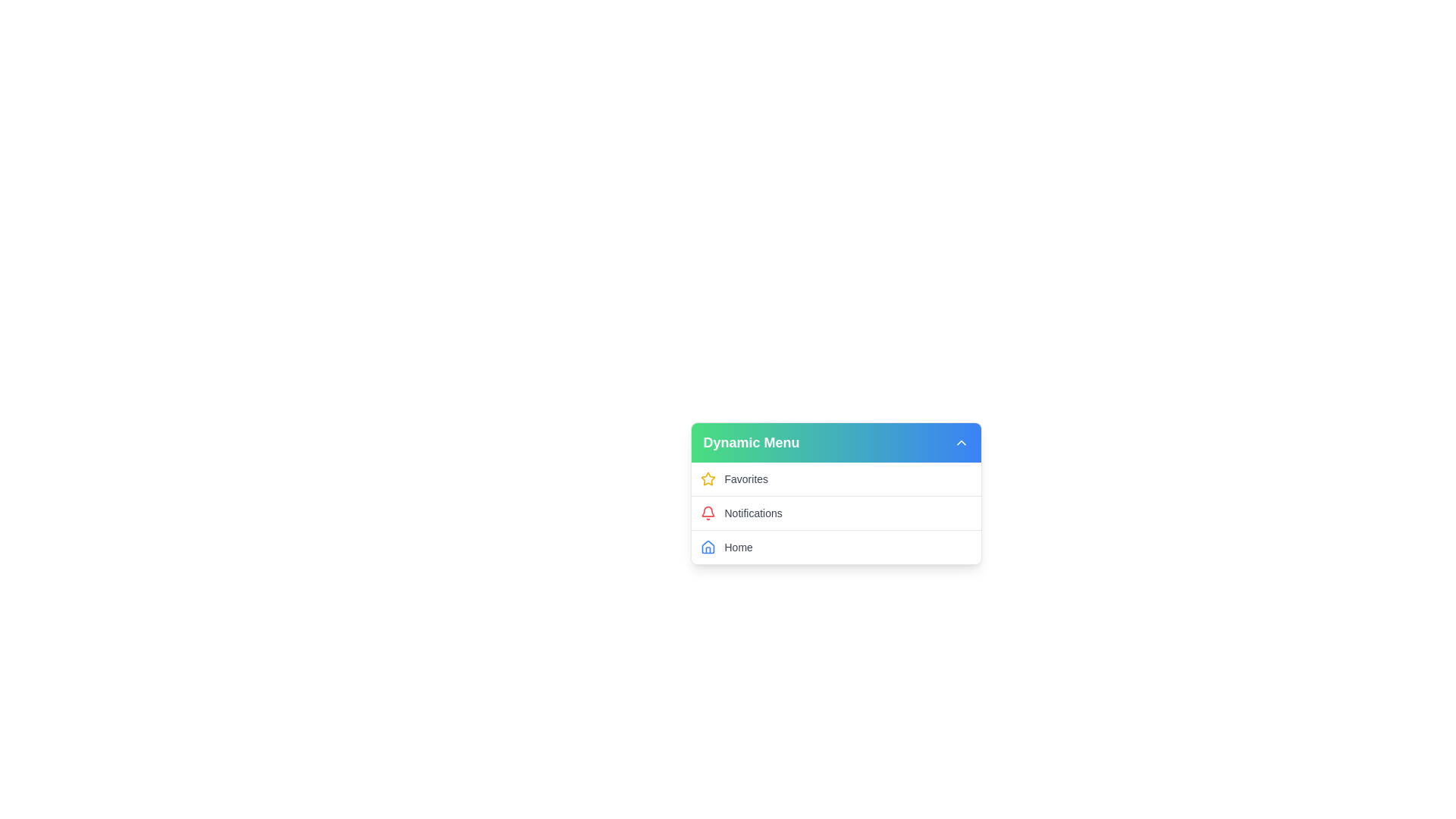  Describe the element at coordinates (835, 512) in the screenshot. I see `the menu item labeled Notifications` at that location.